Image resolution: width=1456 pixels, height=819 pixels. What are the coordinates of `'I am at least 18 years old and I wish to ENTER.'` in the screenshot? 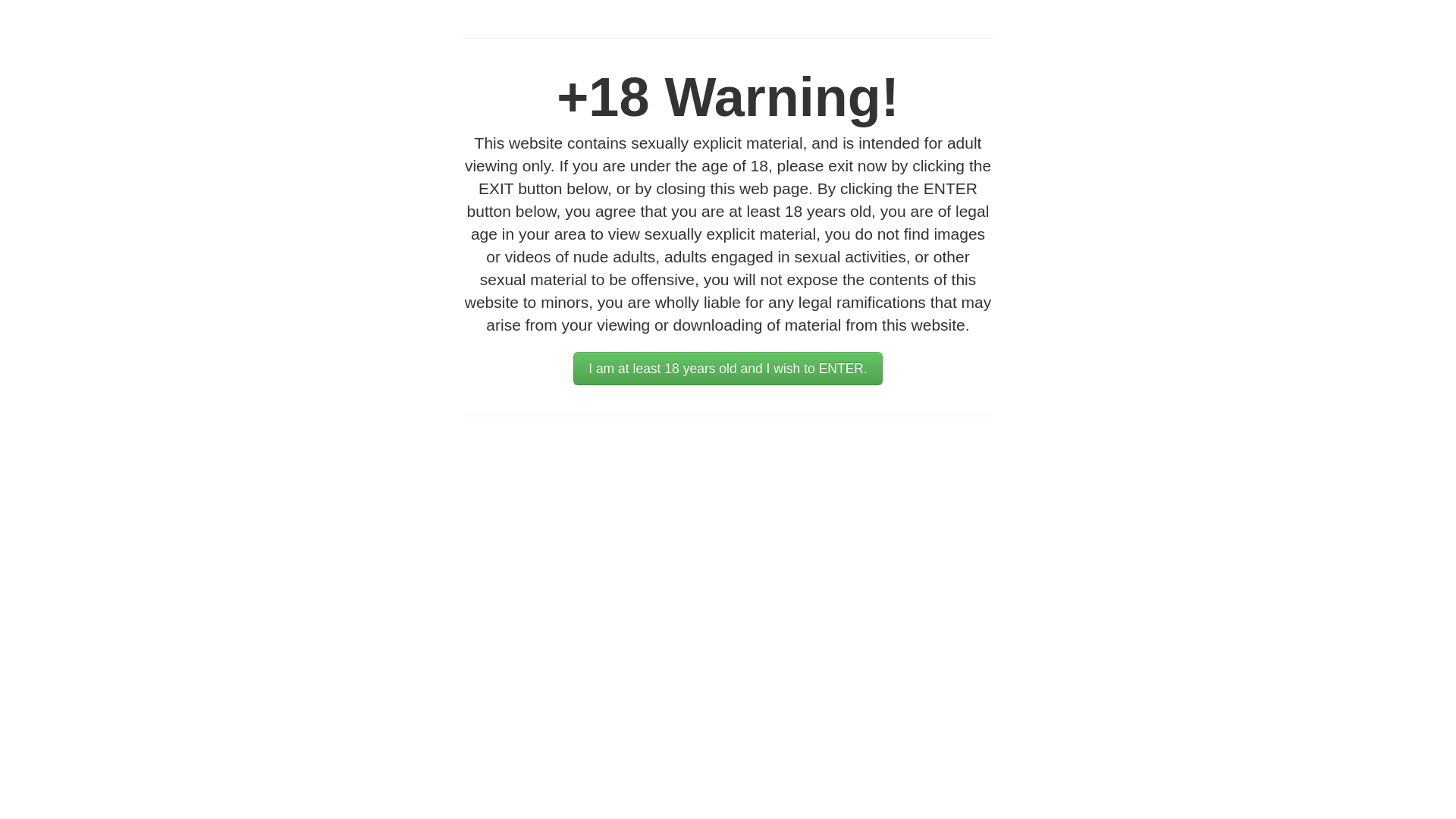 It's located at (728, 369).